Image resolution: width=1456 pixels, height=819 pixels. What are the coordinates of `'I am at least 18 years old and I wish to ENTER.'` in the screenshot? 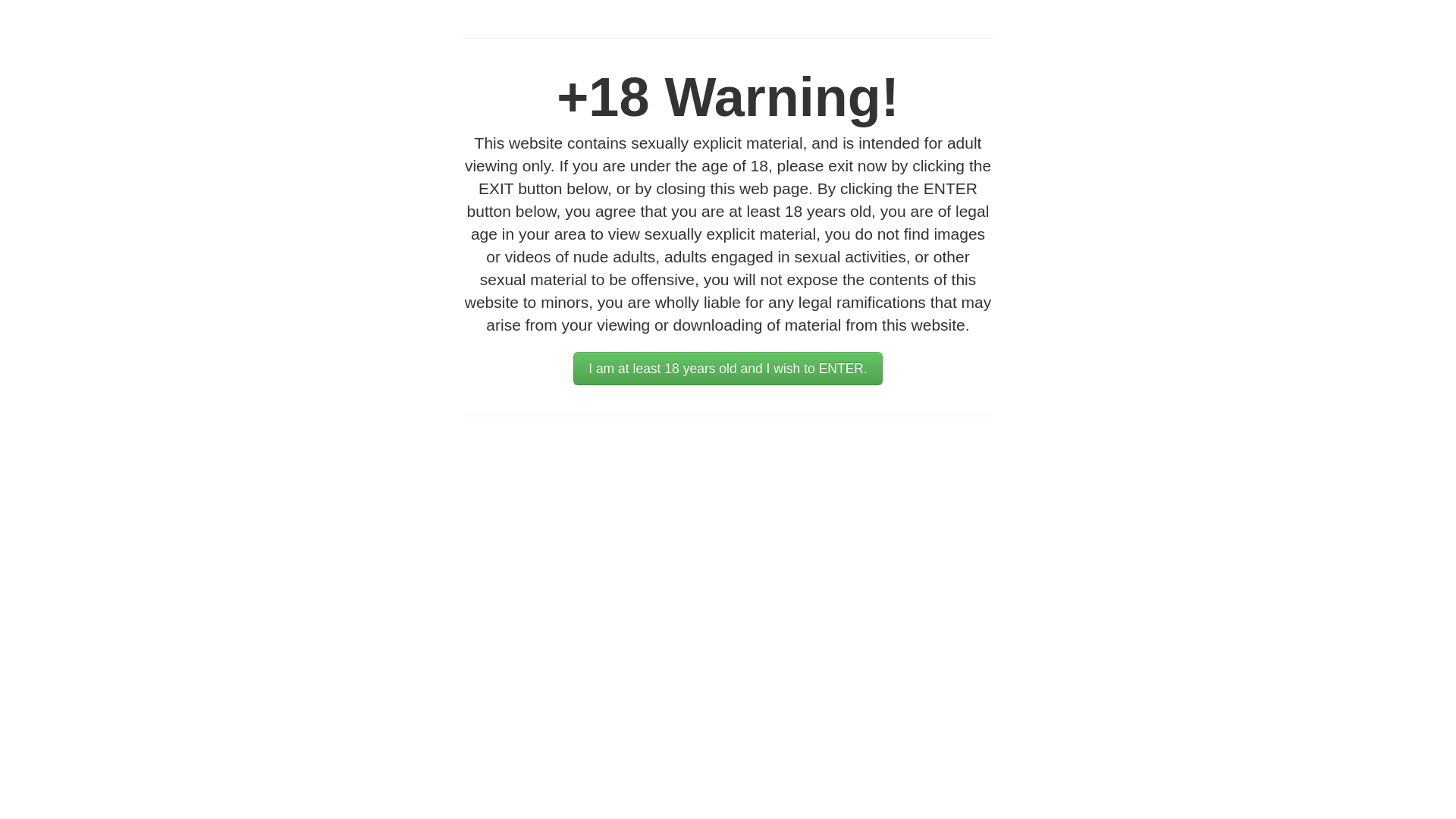 It's located at (728, 369).